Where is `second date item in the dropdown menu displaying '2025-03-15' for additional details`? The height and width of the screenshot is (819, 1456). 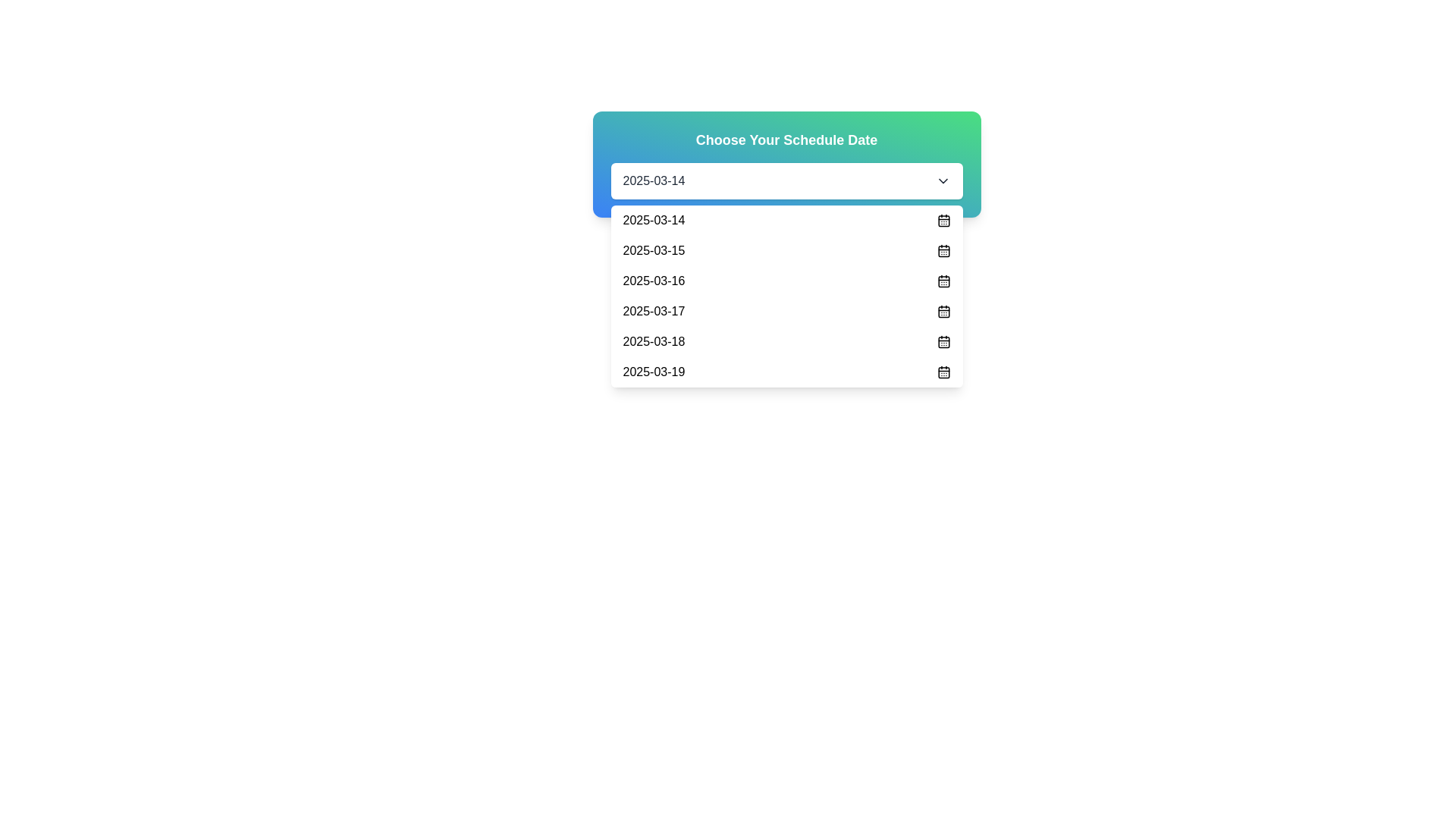
second date item in the dropdown menu displaying '2025-03-15' for additional details is located at coordinates (786, 250).